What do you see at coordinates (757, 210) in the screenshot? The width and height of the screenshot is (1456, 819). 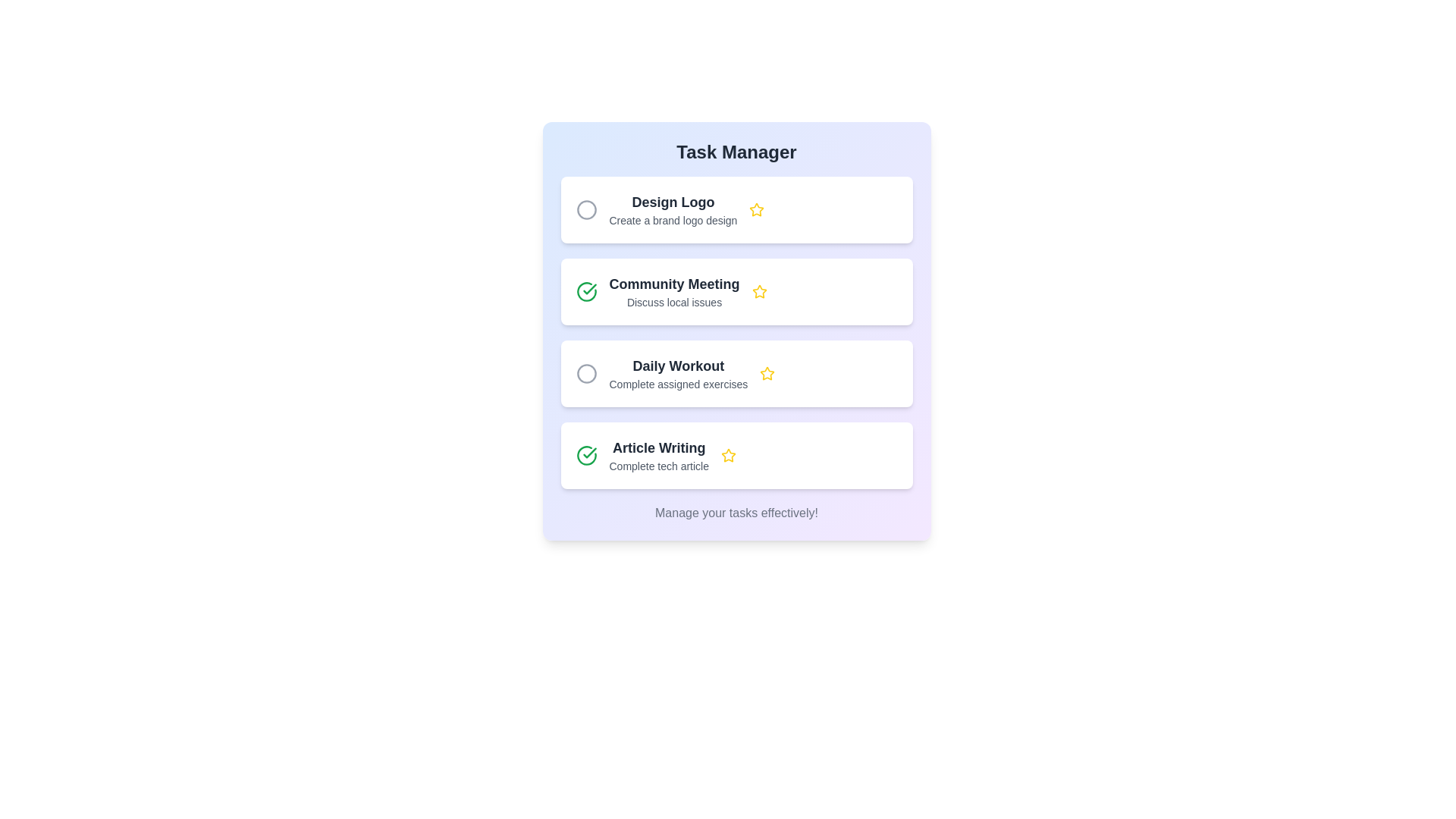 I see `the star icon next to the task Design Logo` at bounding box center [757, 210].